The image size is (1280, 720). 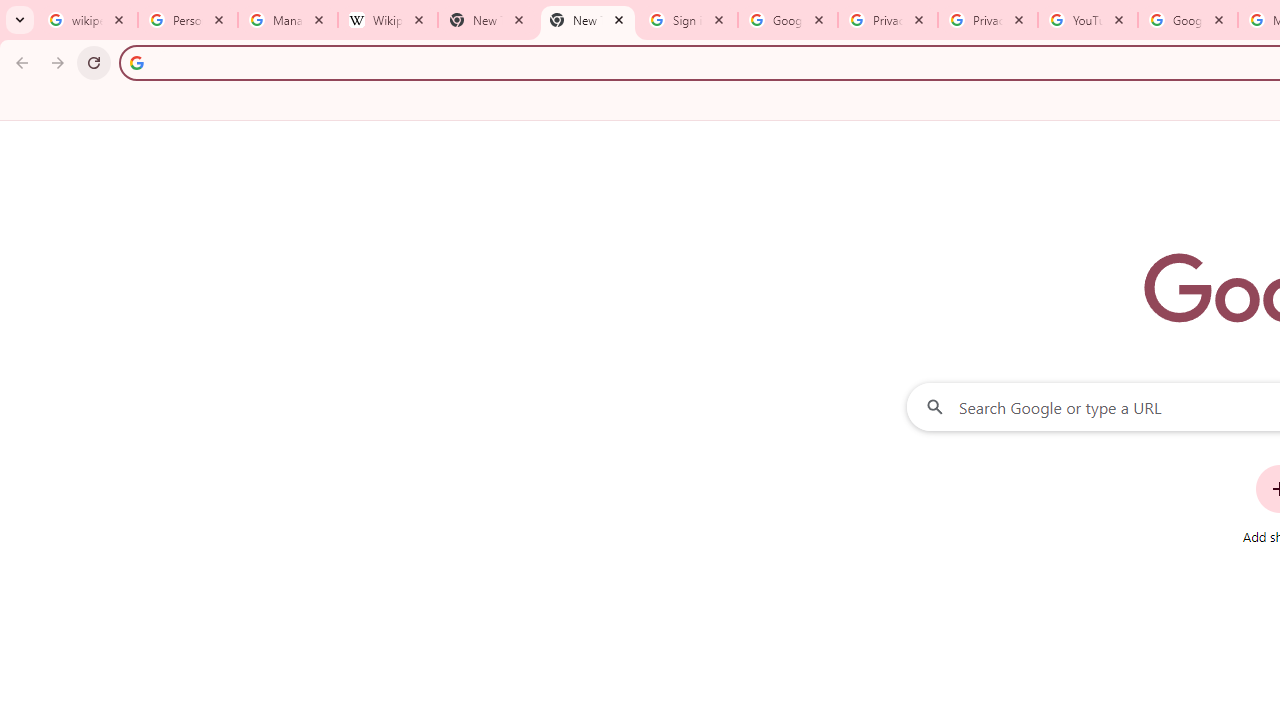 What do you see at coordinates (287, 20) in the screenshot?
I see `'Manage your Location History - Google Search Help'` at bounding box center [287, 20].